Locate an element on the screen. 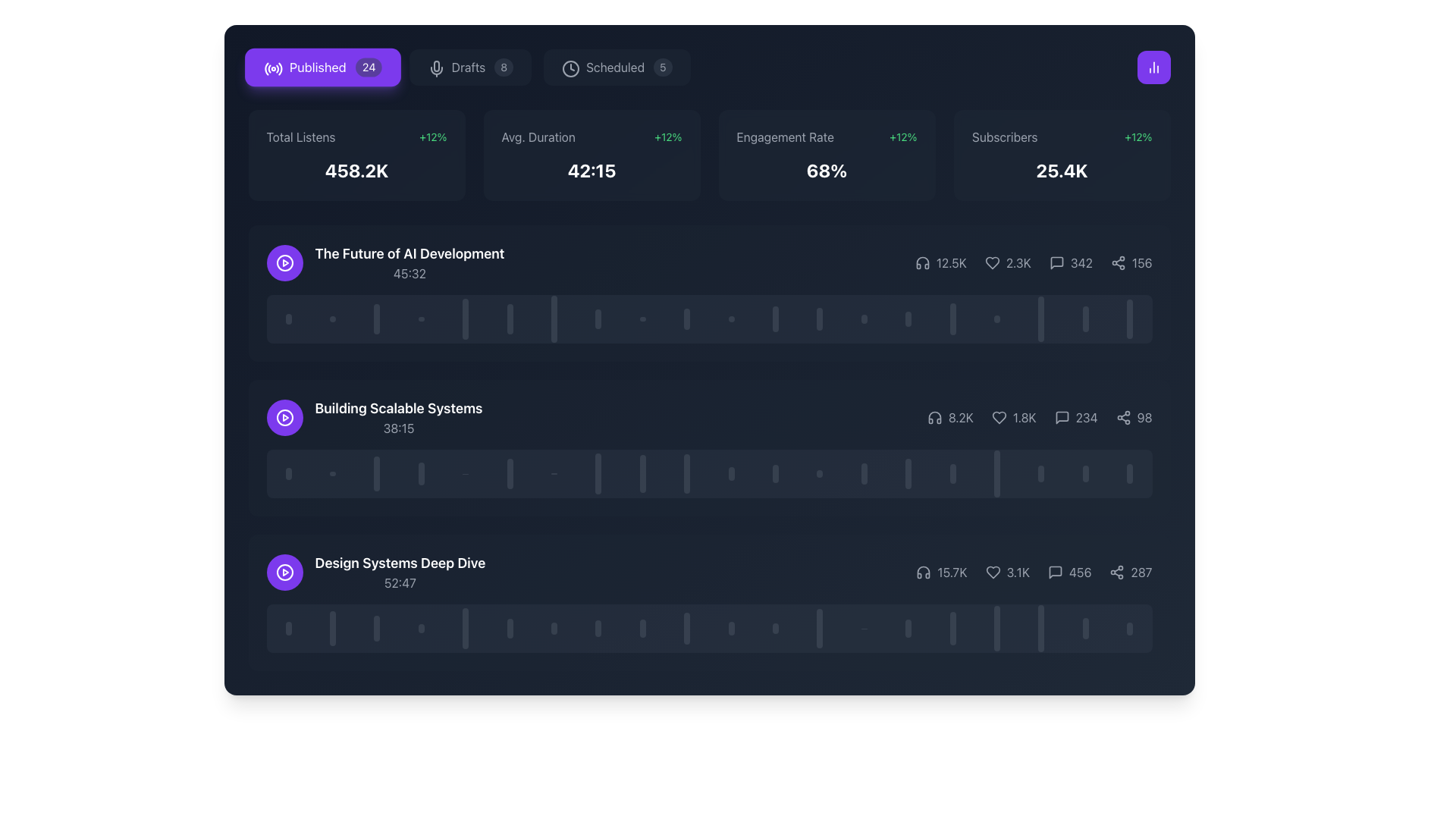 The height and width of the screenshot is (819, 1456). the Share Icon located in the bottom-right corner next to the numerical text '287' is located at coordinates (1117, 573).